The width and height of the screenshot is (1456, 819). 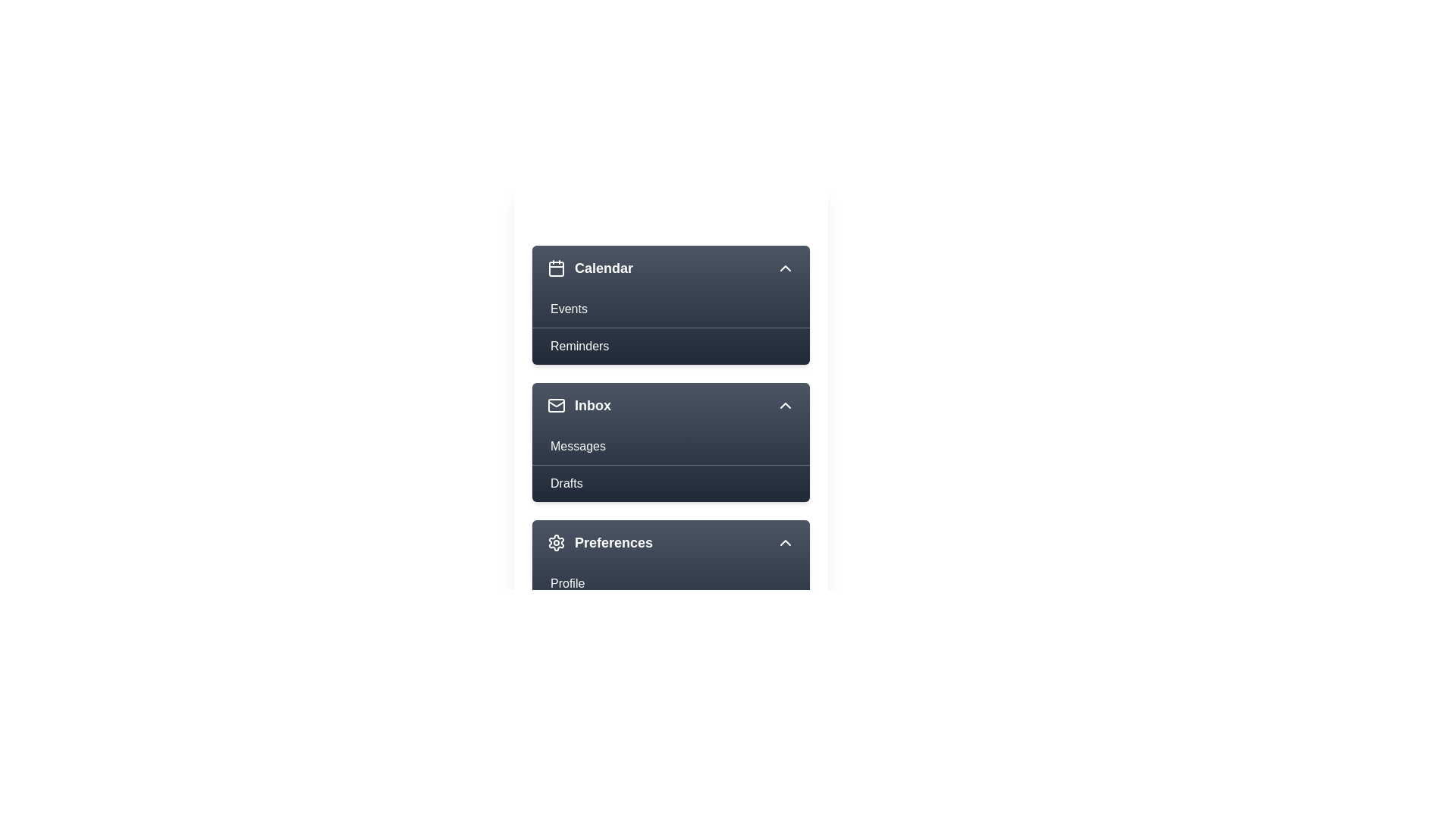 What do you see at coordinates (670, 583) in the screenshot?
I see `the menu item Profile from the section Preferences` at bounding box center [670, 583].